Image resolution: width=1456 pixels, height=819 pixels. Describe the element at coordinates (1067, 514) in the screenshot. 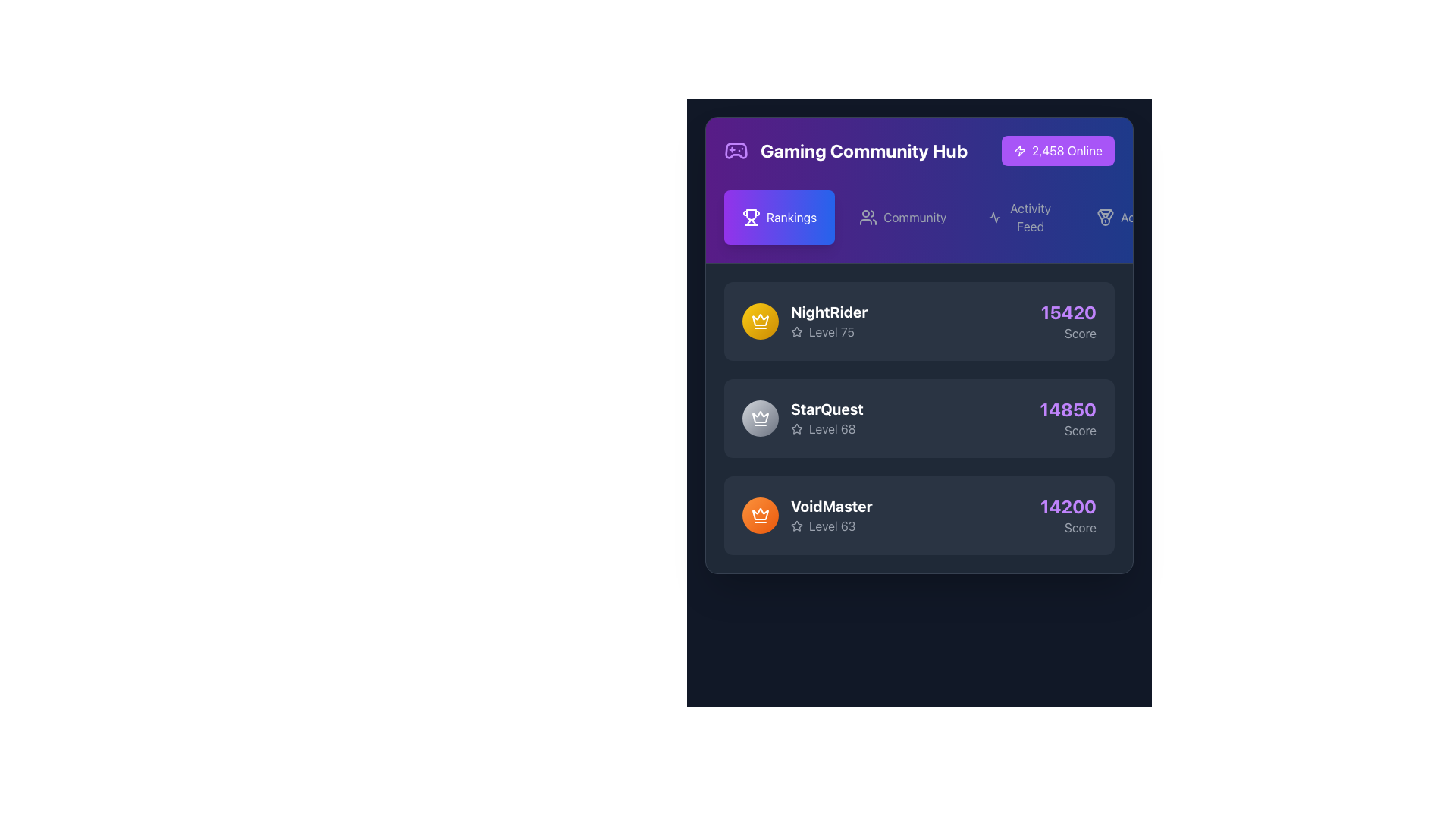

I see `the score information displayed as '14200' on a dark background, which is located on the right side of the entry for 'VoidMaster' and 'Level 63'` at that location.